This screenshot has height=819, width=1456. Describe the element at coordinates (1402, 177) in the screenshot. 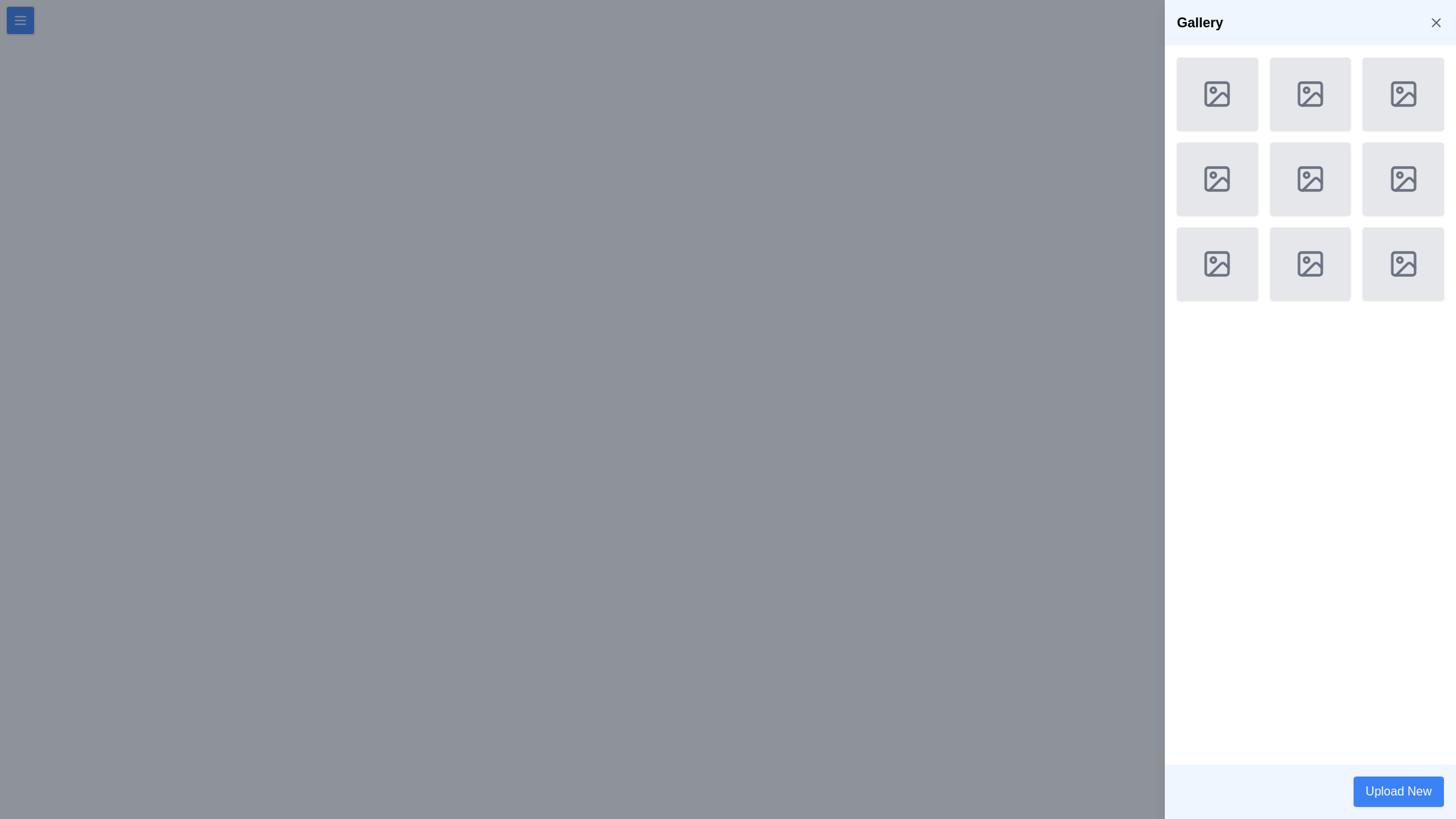

I see `the icon in the third row, third column of the gallery grid` at that location.